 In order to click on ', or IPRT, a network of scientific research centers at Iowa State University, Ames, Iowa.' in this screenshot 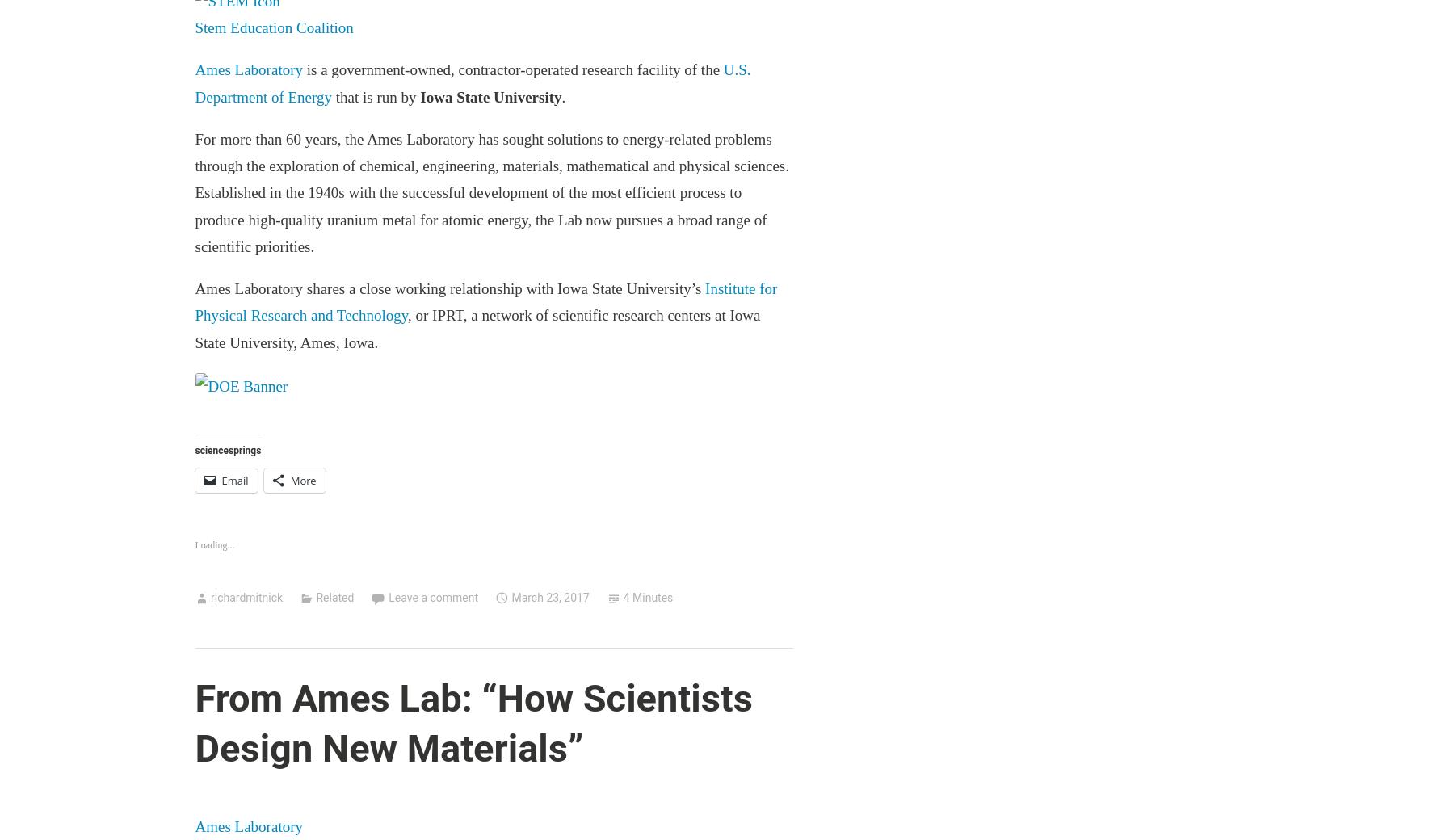, I will do `click(477, 328)`.